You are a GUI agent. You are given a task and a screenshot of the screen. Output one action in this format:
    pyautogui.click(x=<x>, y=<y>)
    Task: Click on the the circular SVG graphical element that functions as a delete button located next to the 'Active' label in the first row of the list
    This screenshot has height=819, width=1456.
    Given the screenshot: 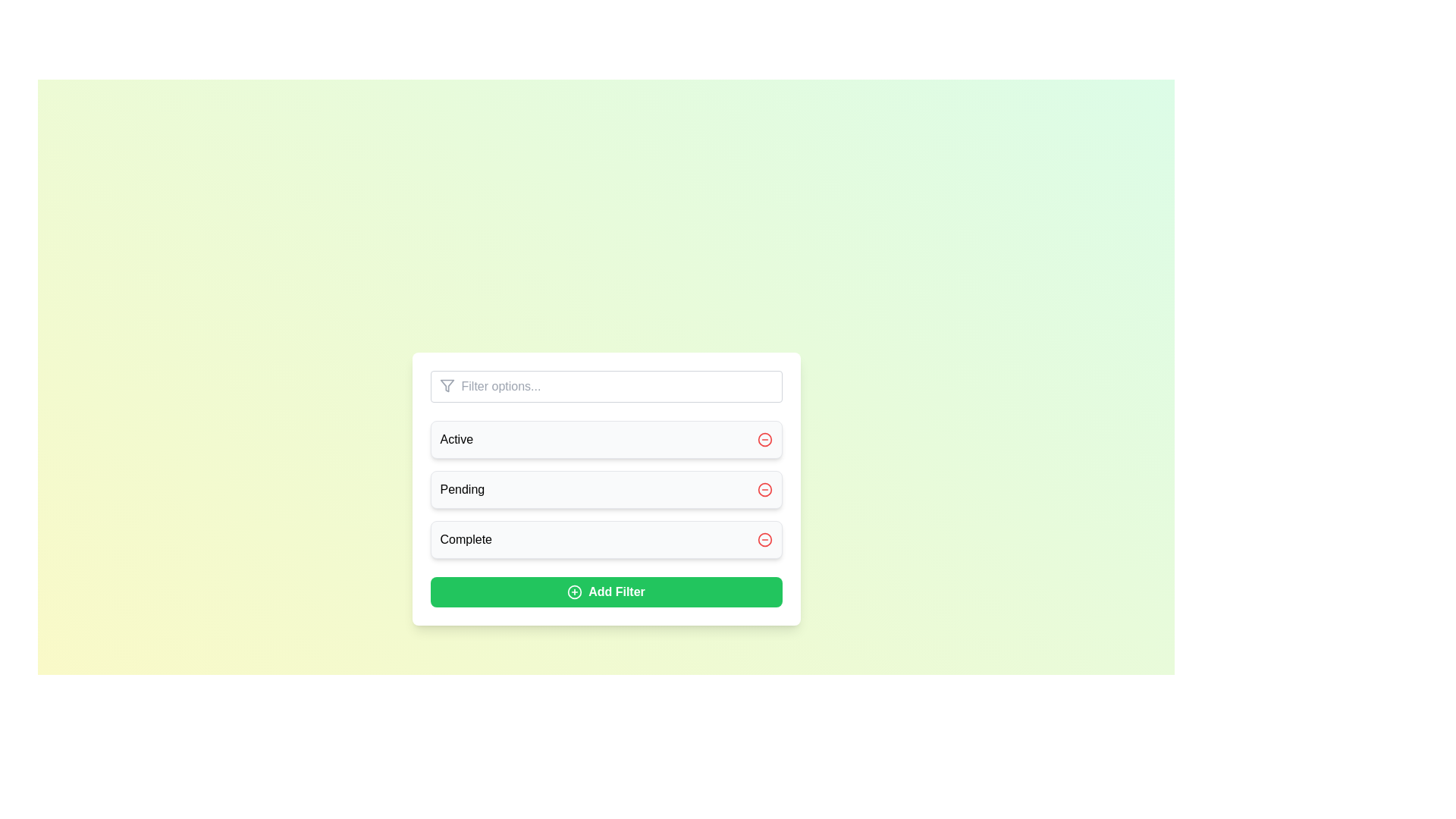 What is the action you would take?
    pyautogui.click(x=764, y=439)
    